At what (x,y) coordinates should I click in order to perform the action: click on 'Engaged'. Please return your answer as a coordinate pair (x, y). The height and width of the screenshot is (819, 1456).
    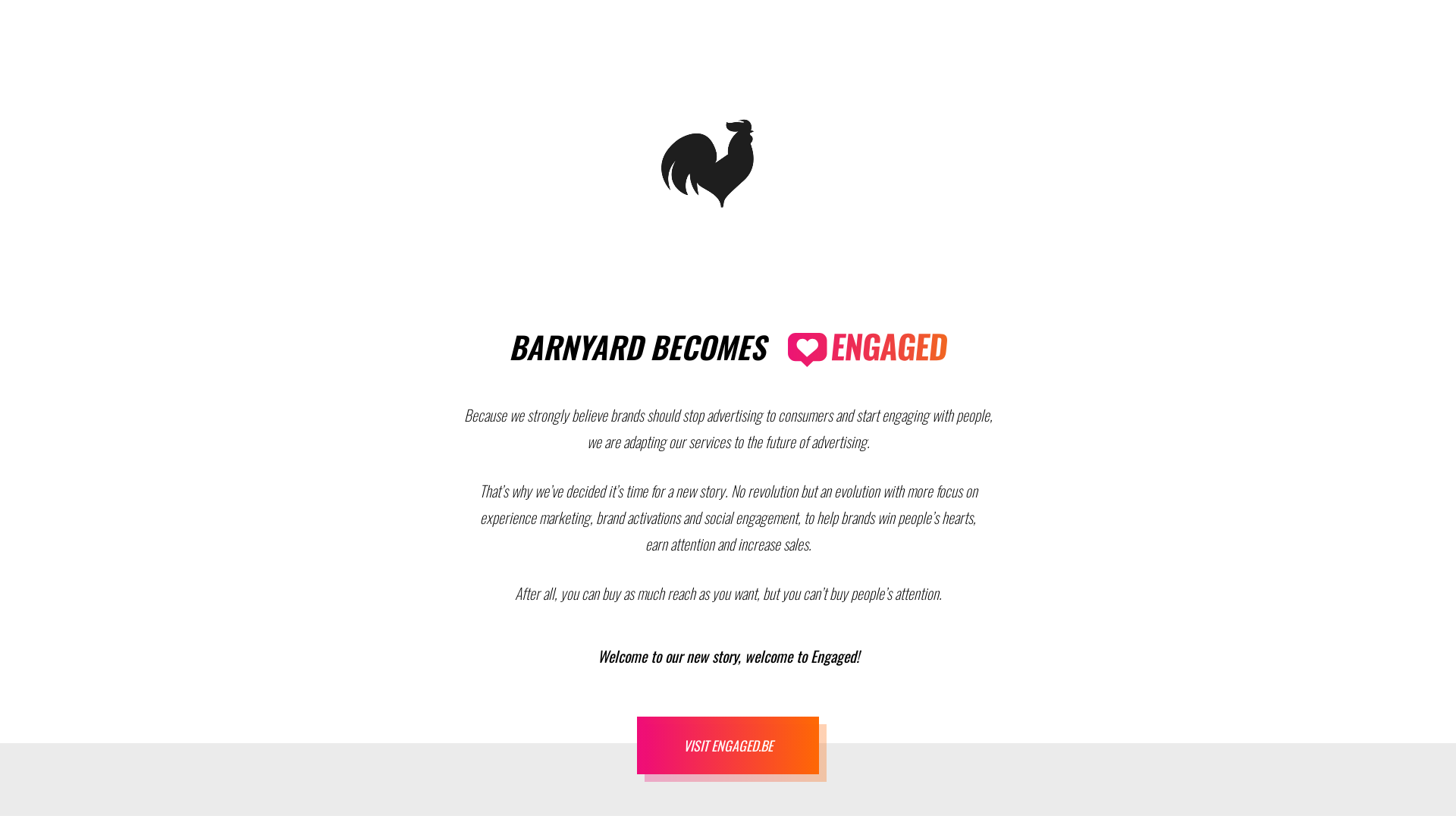
    Looking at the image, I should click on (787, 350).